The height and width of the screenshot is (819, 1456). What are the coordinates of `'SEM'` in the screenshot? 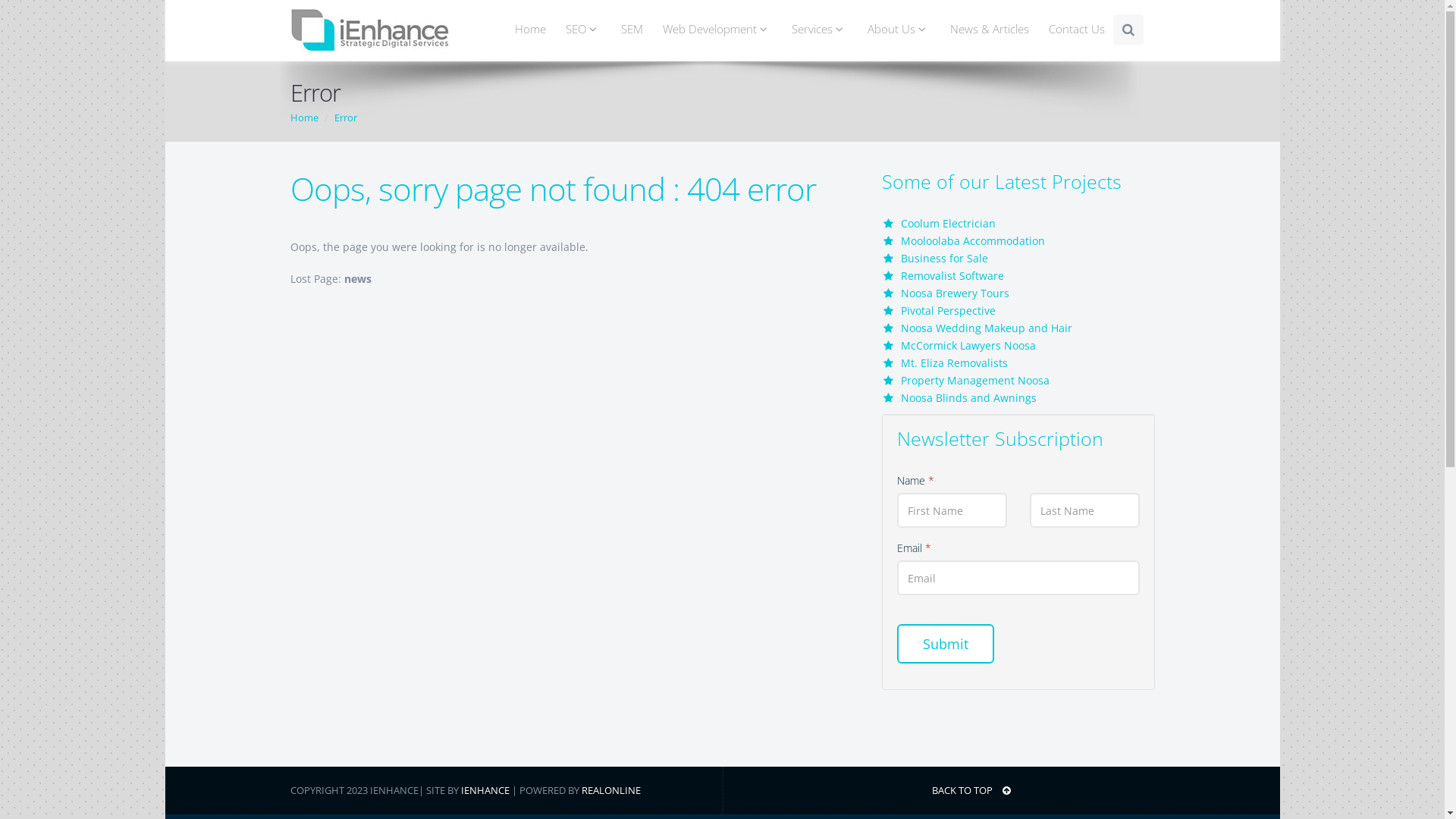 It's located at (610, 29).